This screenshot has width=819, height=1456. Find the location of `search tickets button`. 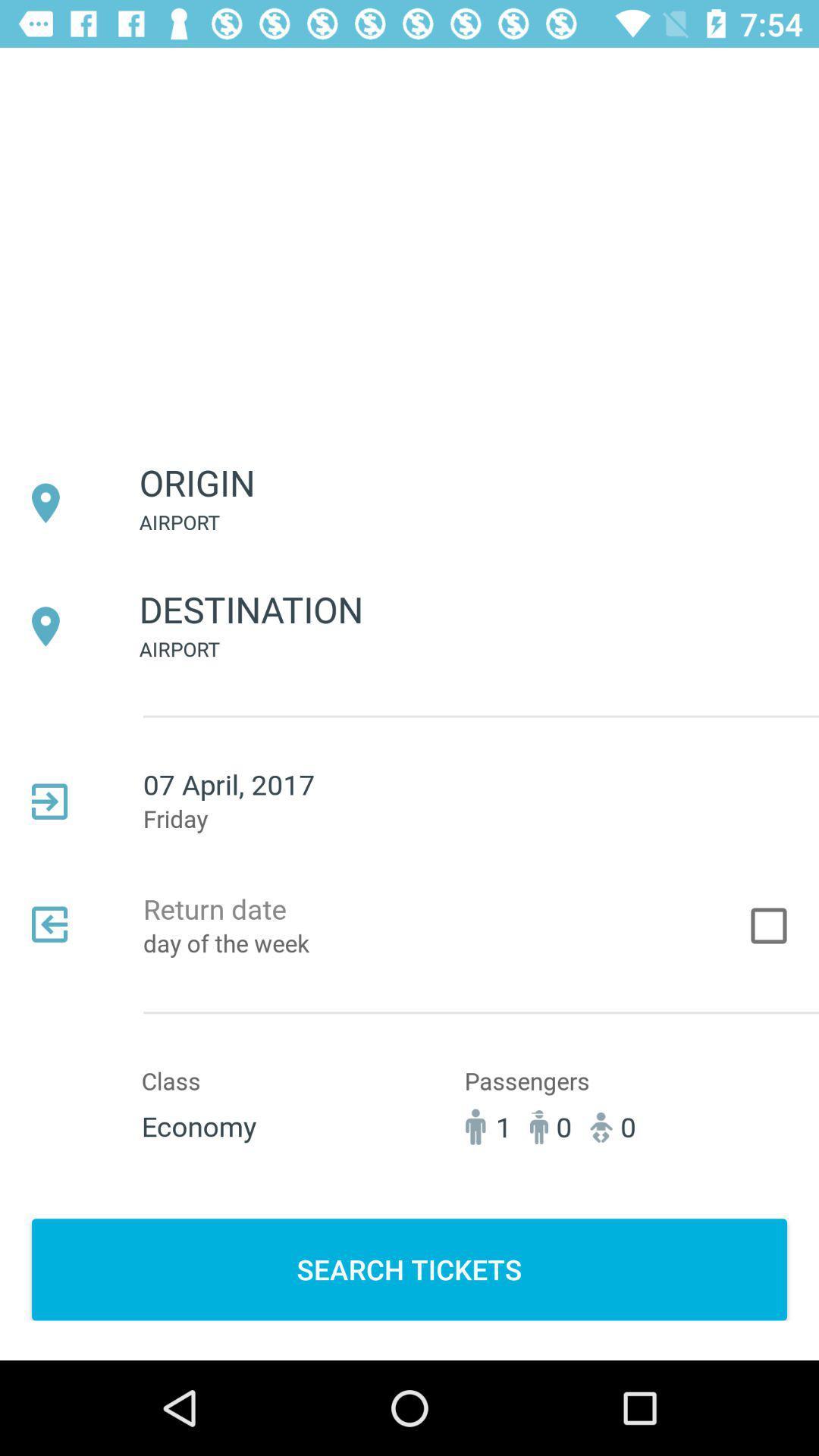

search tickets button is located at coordinates (409, 1269).